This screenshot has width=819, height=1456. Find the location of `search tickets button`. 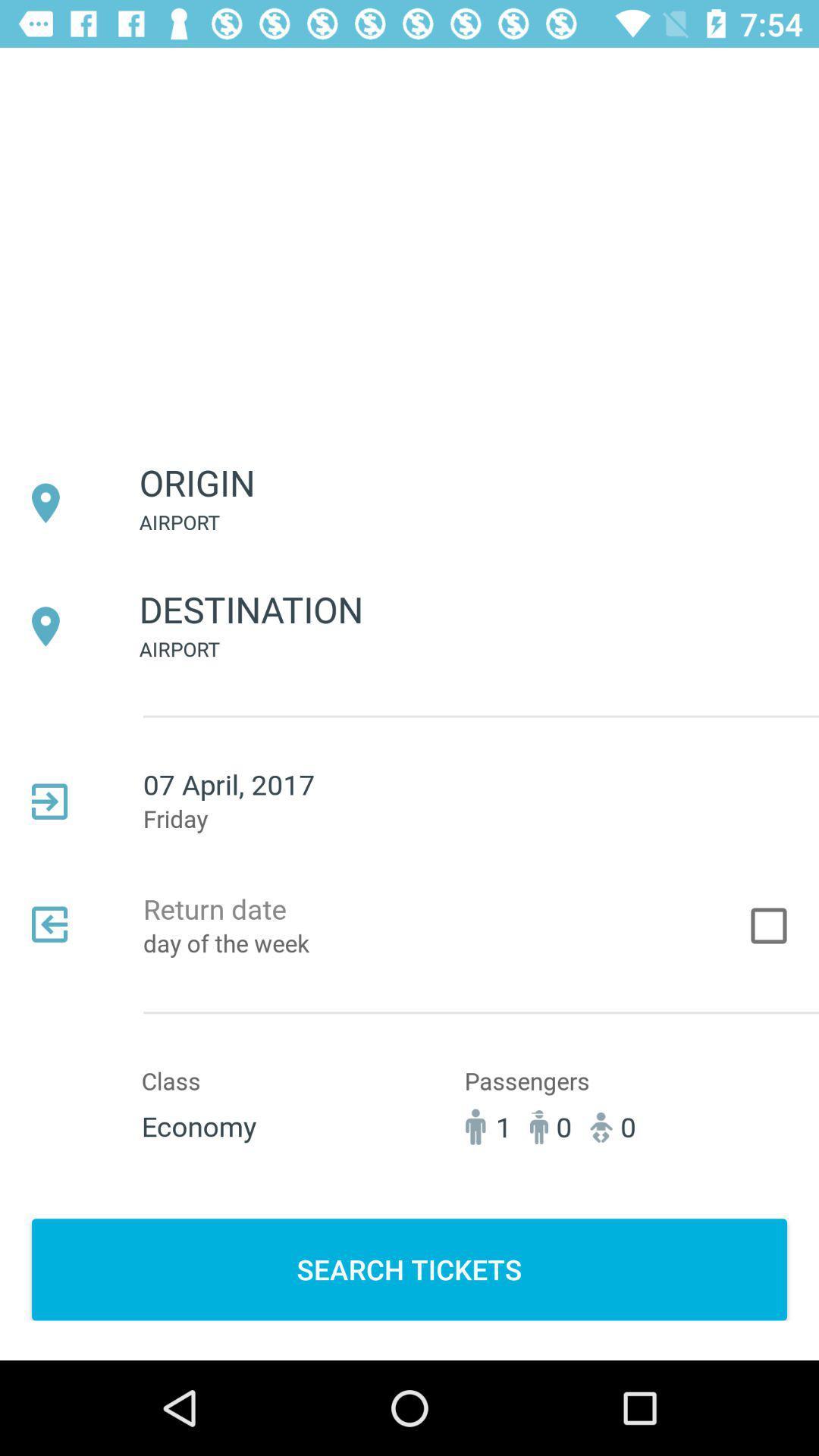

search tickets button is located at coordinates (409, 1269).